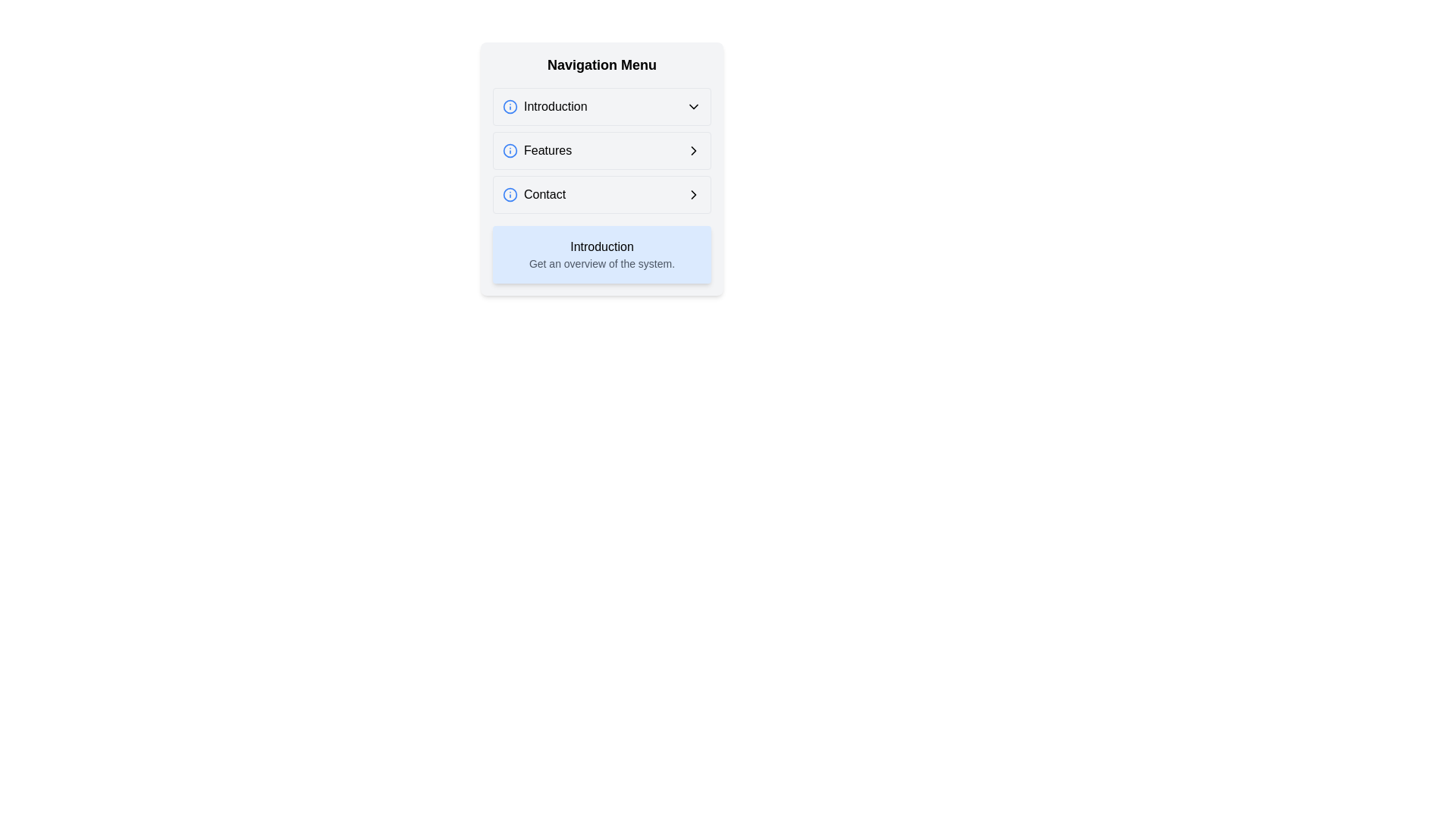 Image resolution: width=1456 pixels, height=819 pixels. What do you see at coordinates (510, 106) in the screenshot?
I see `the introduction section icon located in the upper left corner of the first entry of the vertical navigation menu within the 'Navigation Menu' box` at bounding box center [510, 106].